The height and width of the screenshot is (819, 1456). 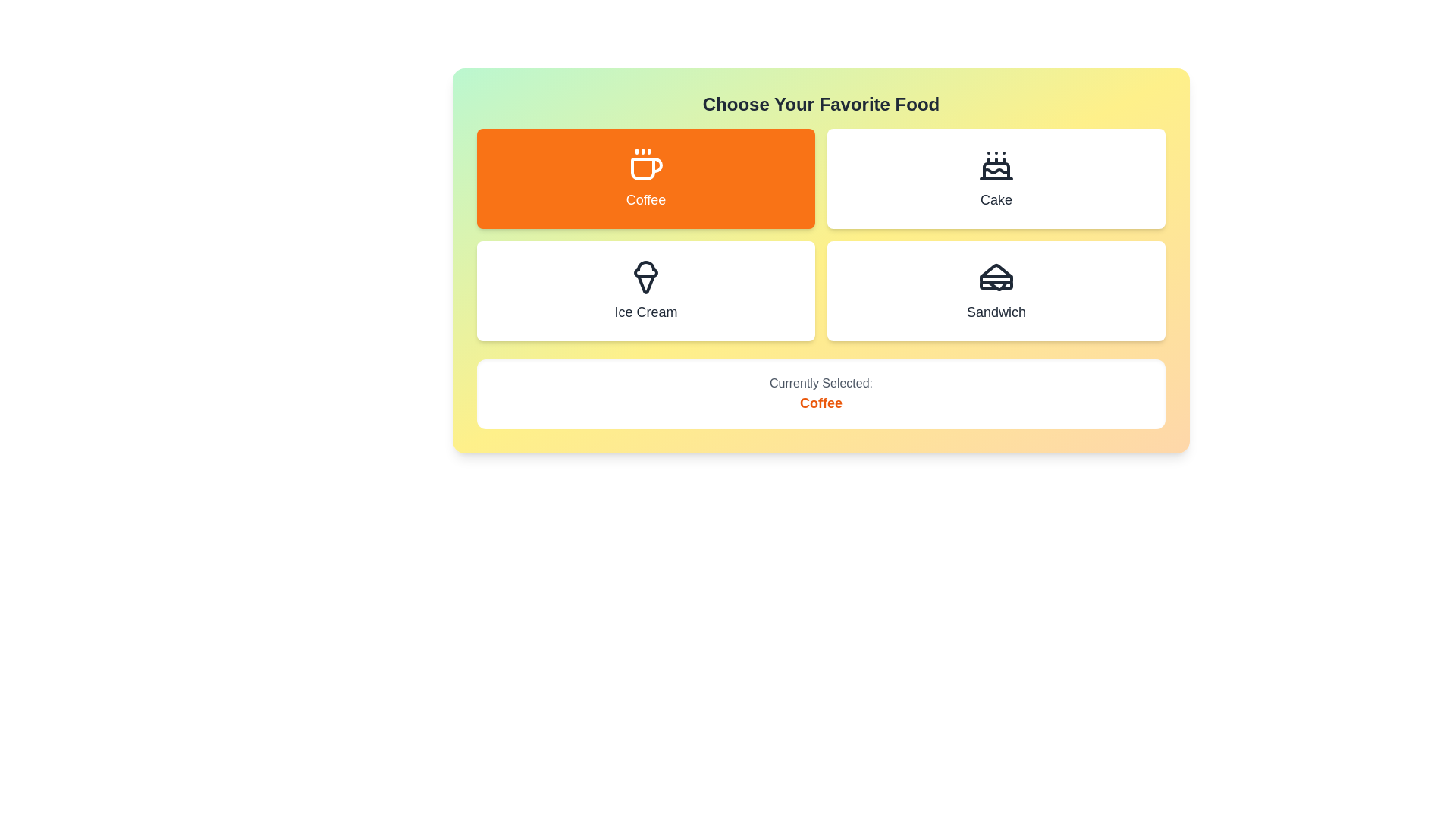 What do you see at coordinates (996, 177) in the screenshot?
I see `the button corresponding to Cake to select it` at bounding box center [996, 177].